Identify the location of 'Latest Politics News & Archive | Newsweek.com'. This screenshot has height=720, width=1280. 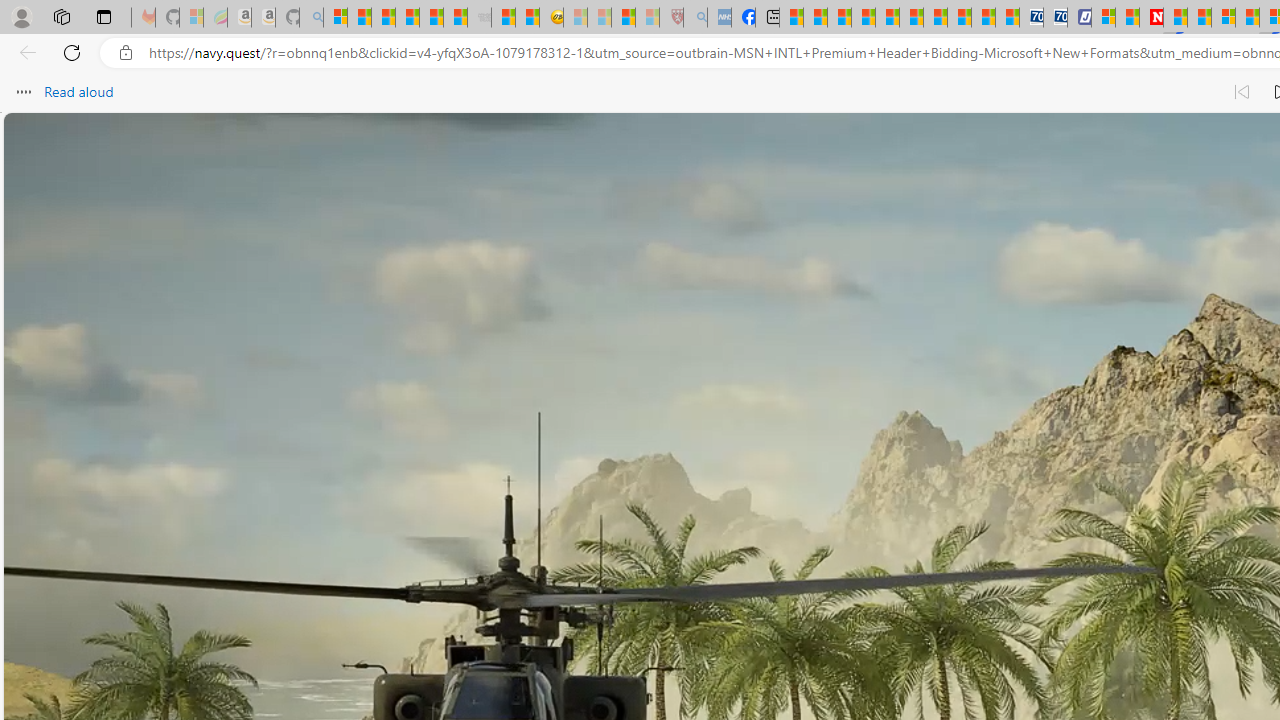
(1152, 17).